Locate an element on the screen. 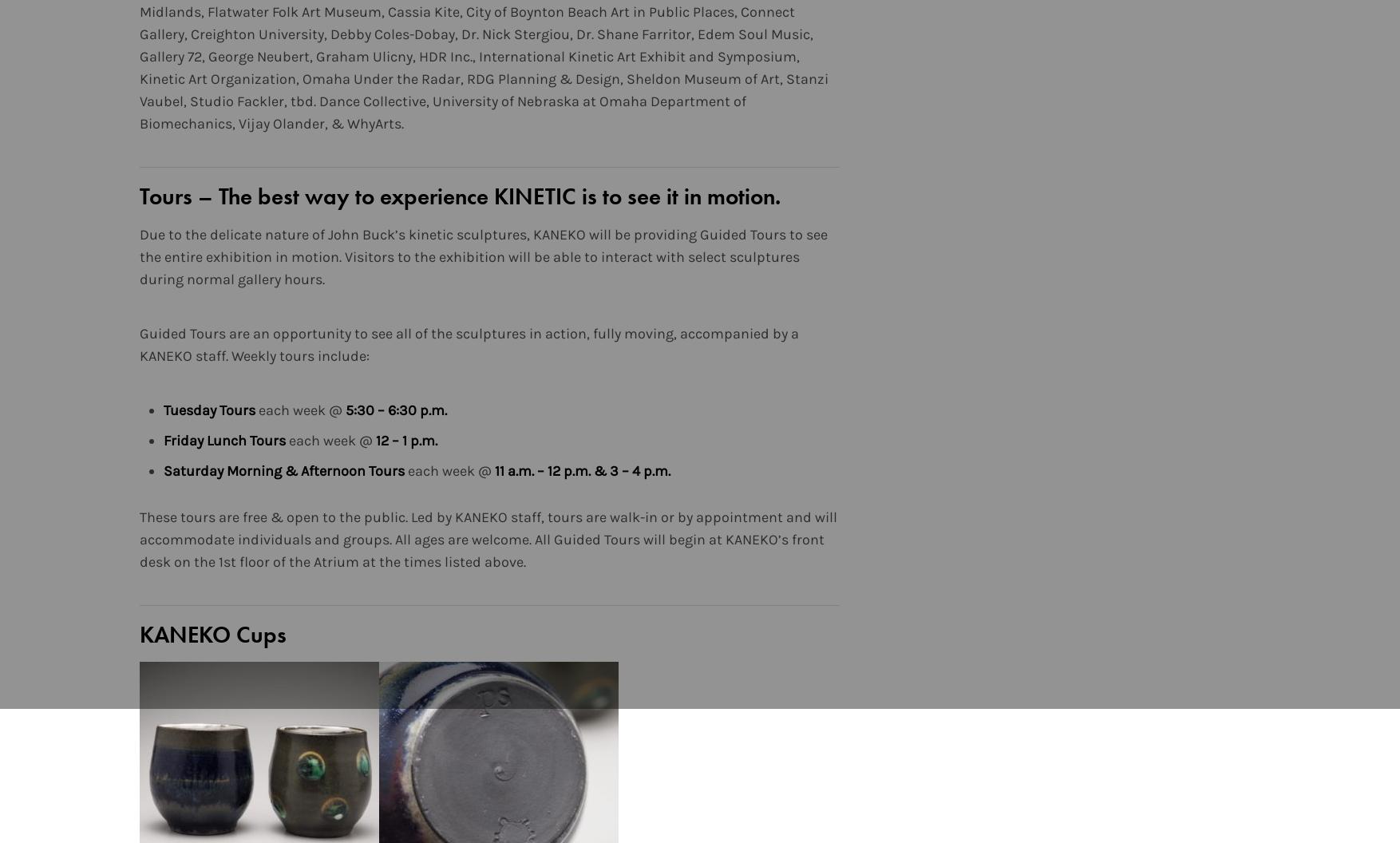 Image resolution: width=1400 pixels, height=843 pixels. 'These tours are free & open to the public. Led by KANEKO staff, tours are walk-in or by appointment and will accommodate individuals and groups. All ages are welcome. All Guided Tours will begin at KANEKO’s front desk on the 1st floor of the Atrium at the times listed above.' is located at coordinates (488, 540).